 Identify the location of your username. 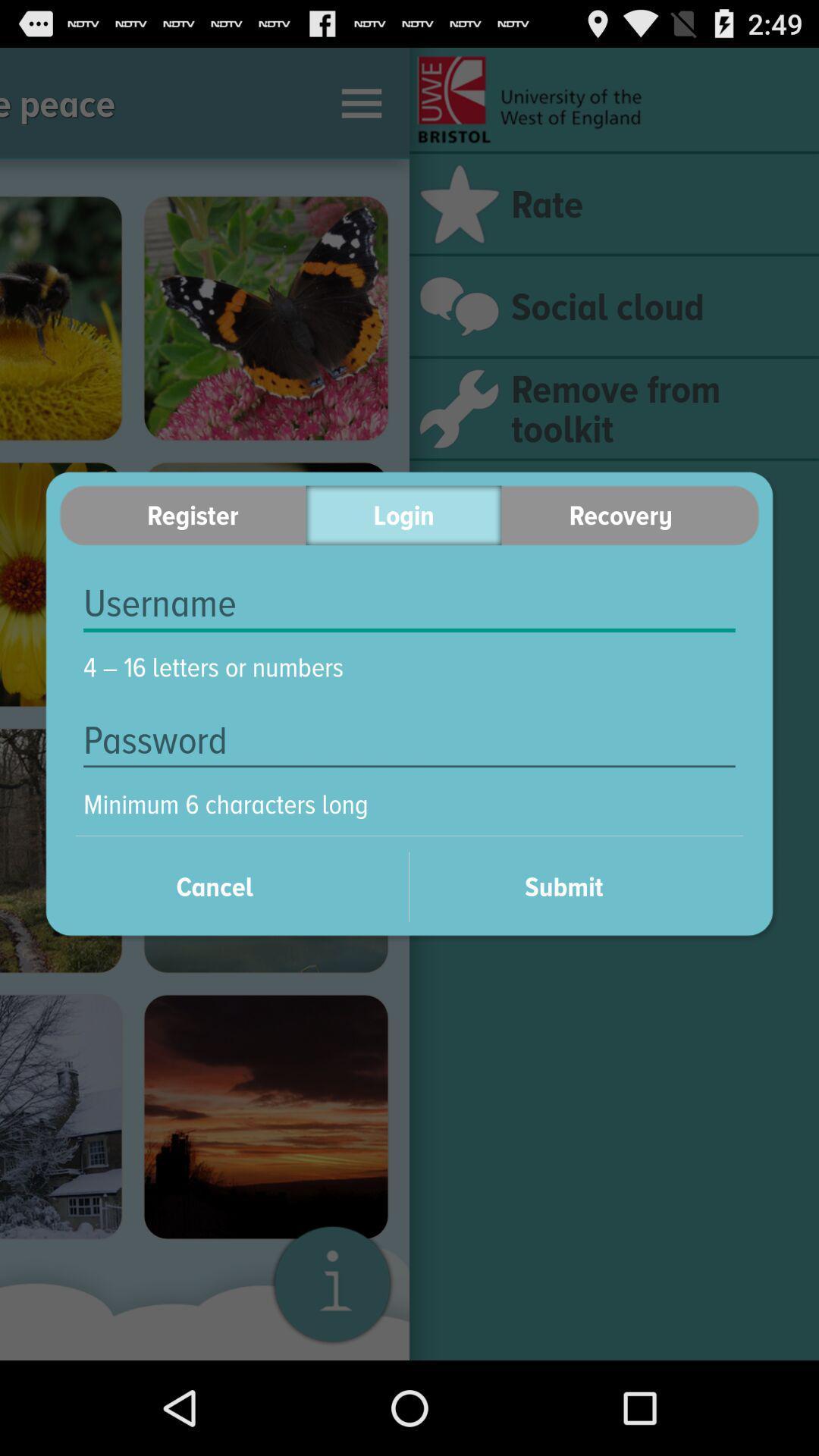
(409, 603).